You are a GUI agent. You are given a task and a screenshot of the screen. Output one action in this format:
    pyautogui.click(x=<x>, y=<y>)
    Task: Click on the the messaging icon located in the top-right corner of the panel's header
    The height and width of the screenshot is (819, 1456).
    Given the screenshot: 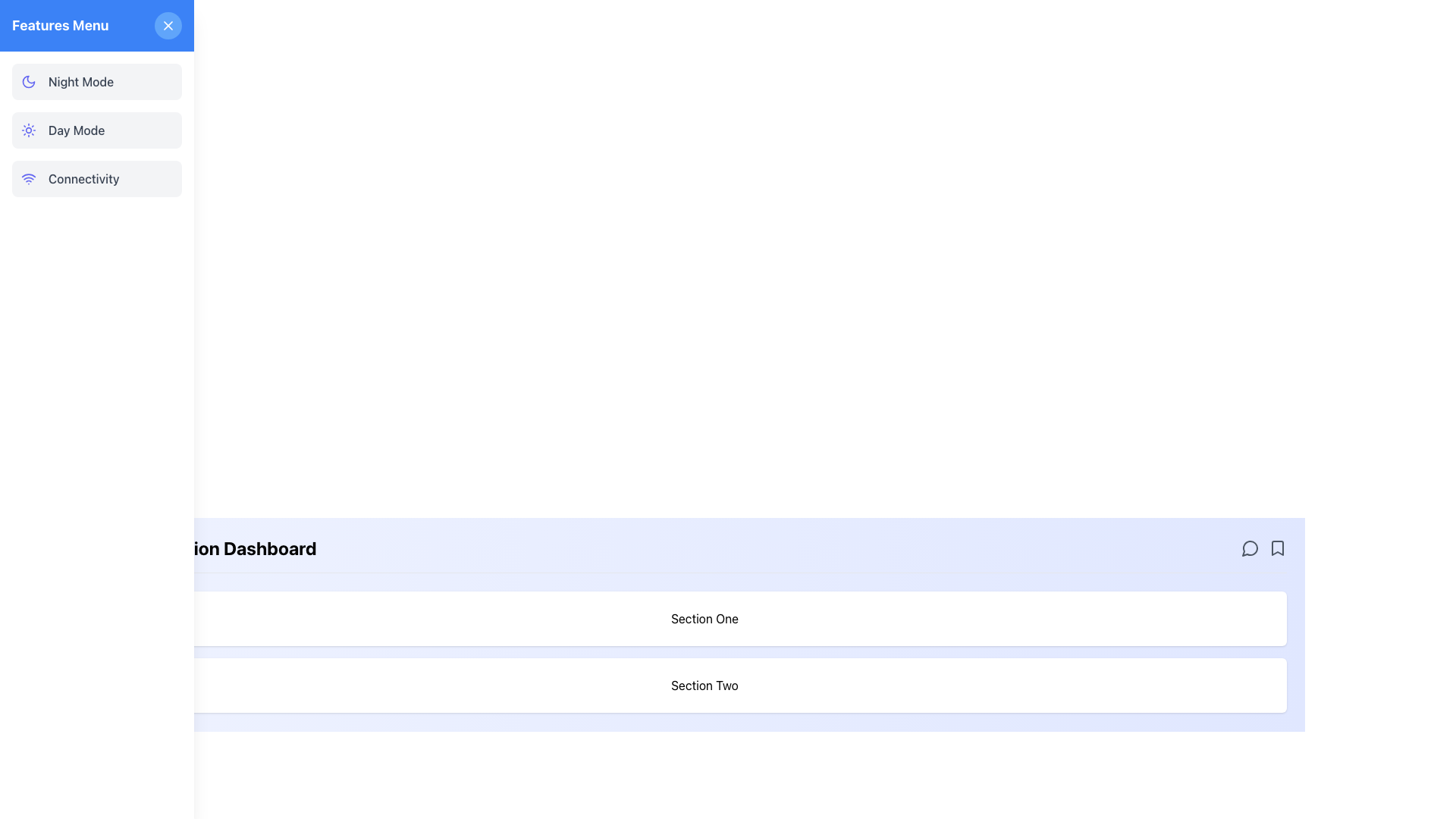 What is the action you would take?
    pyautogui.click(x=1250, y=548)
    